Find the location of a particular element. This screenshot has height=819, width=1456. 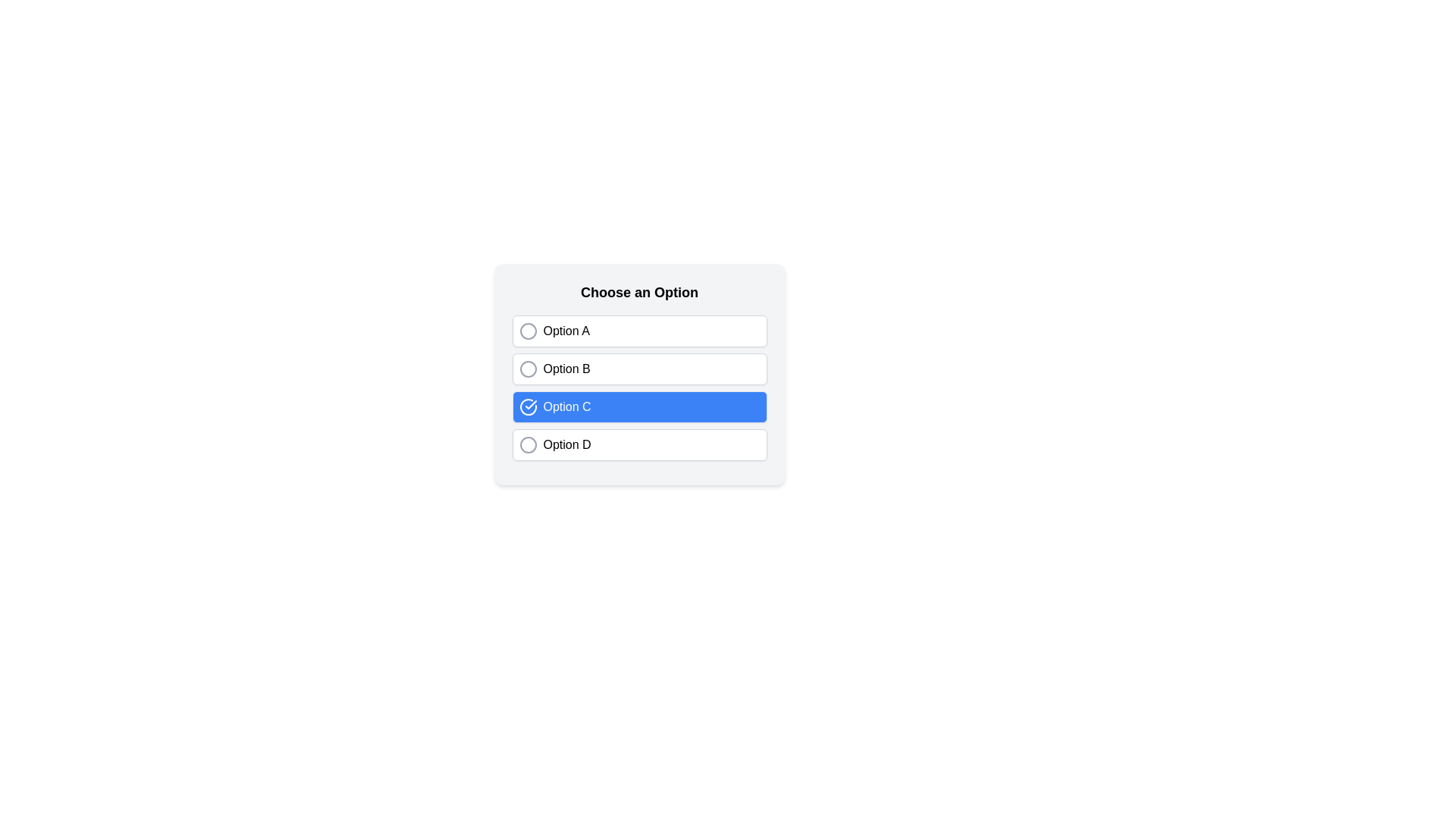

the radio button located to the left of 'Option B' is located at coordinates (528, 369).